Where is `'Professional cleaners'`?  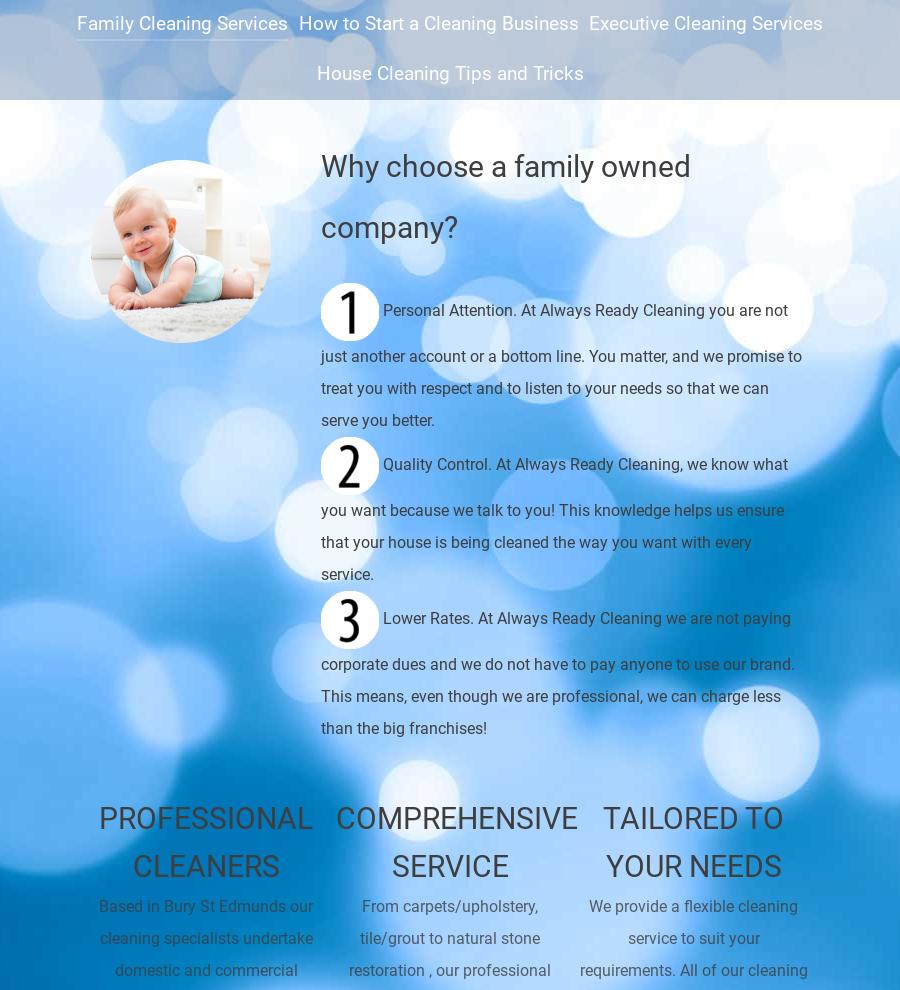 'Professional cleaners' is located at coordinates (206, 840).